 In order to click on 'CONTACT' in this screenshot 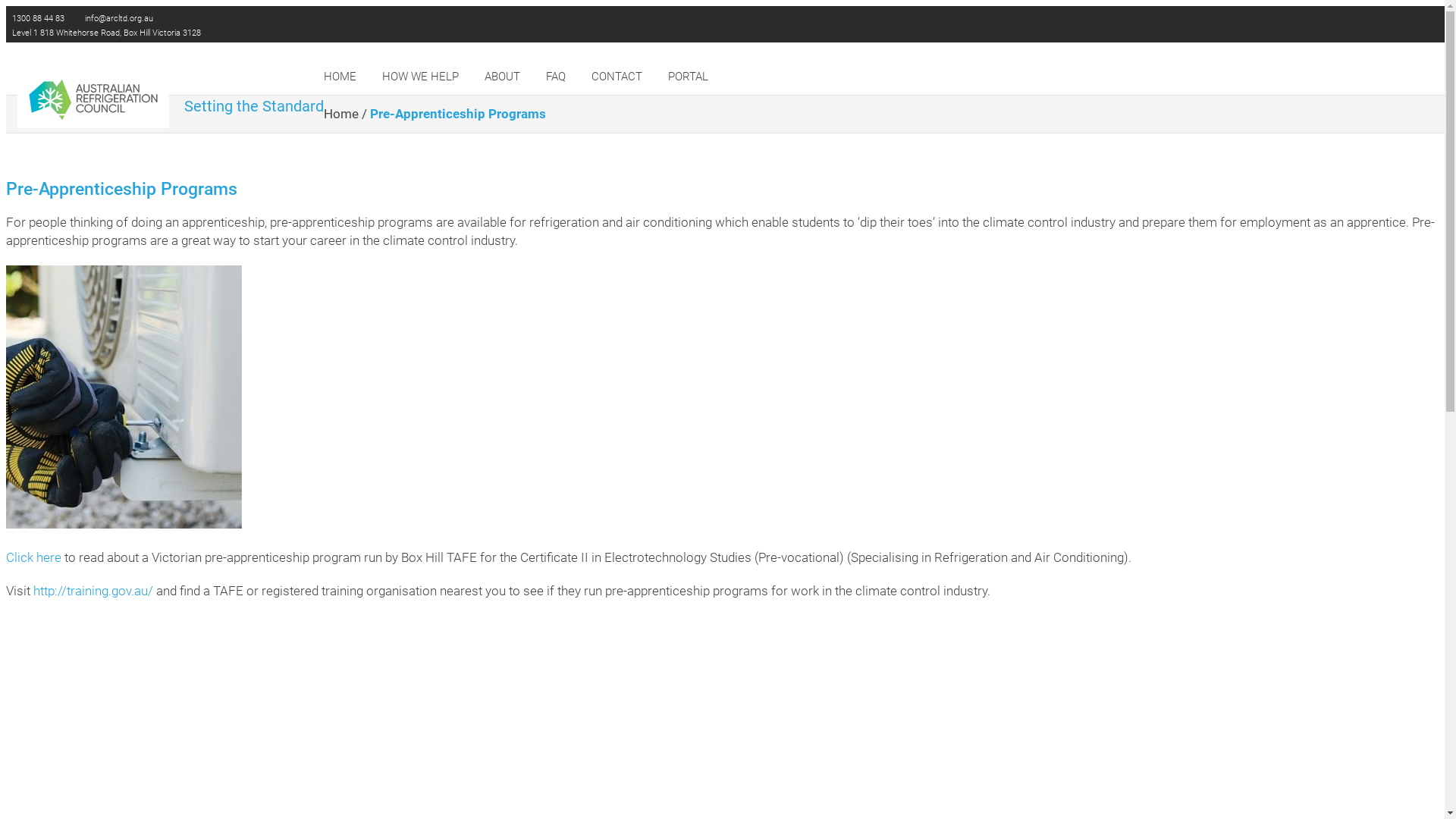, I will do `click(617, 76)`.